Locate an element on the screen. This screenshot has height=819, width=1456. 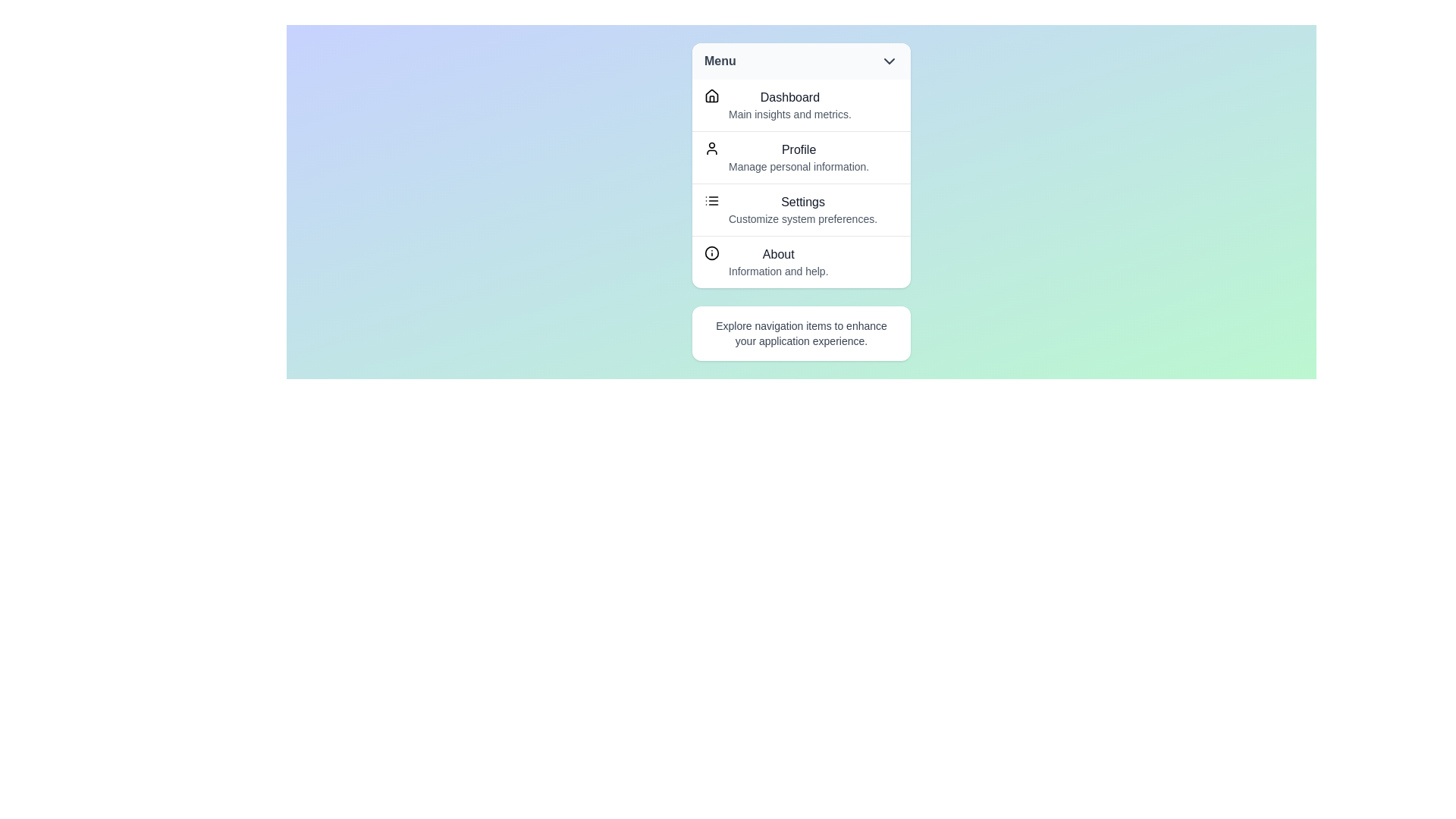
the menu toggle button to toggle the menu visibility is located at coordinates (800, 61).